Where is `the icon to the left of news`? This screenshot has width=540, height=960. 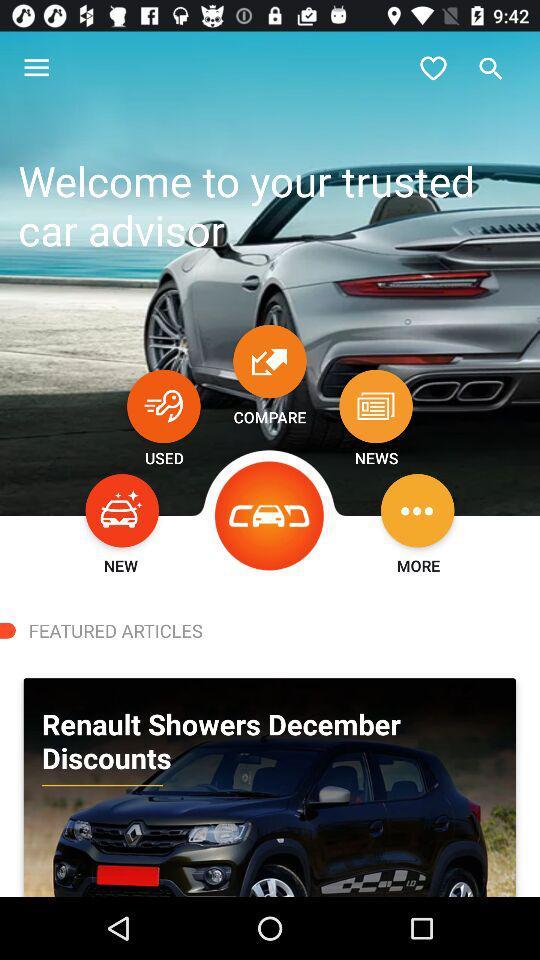 the icon to the left of news is located at coordinates (270, 515).